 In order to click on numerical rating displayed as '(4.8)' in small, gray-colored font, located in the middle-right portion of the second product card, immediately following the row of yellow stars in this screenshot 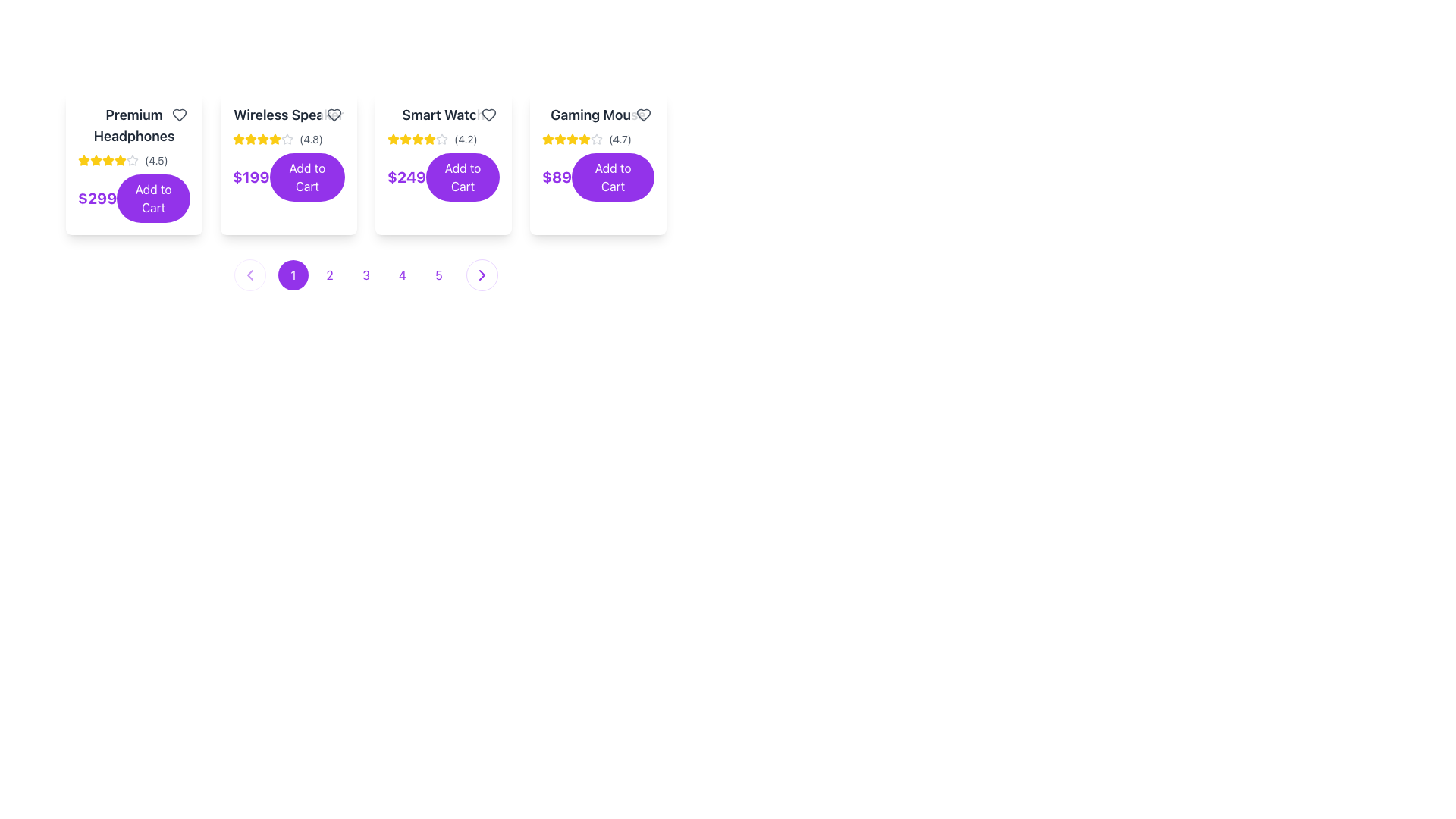, I will do `click(310, 140)`.